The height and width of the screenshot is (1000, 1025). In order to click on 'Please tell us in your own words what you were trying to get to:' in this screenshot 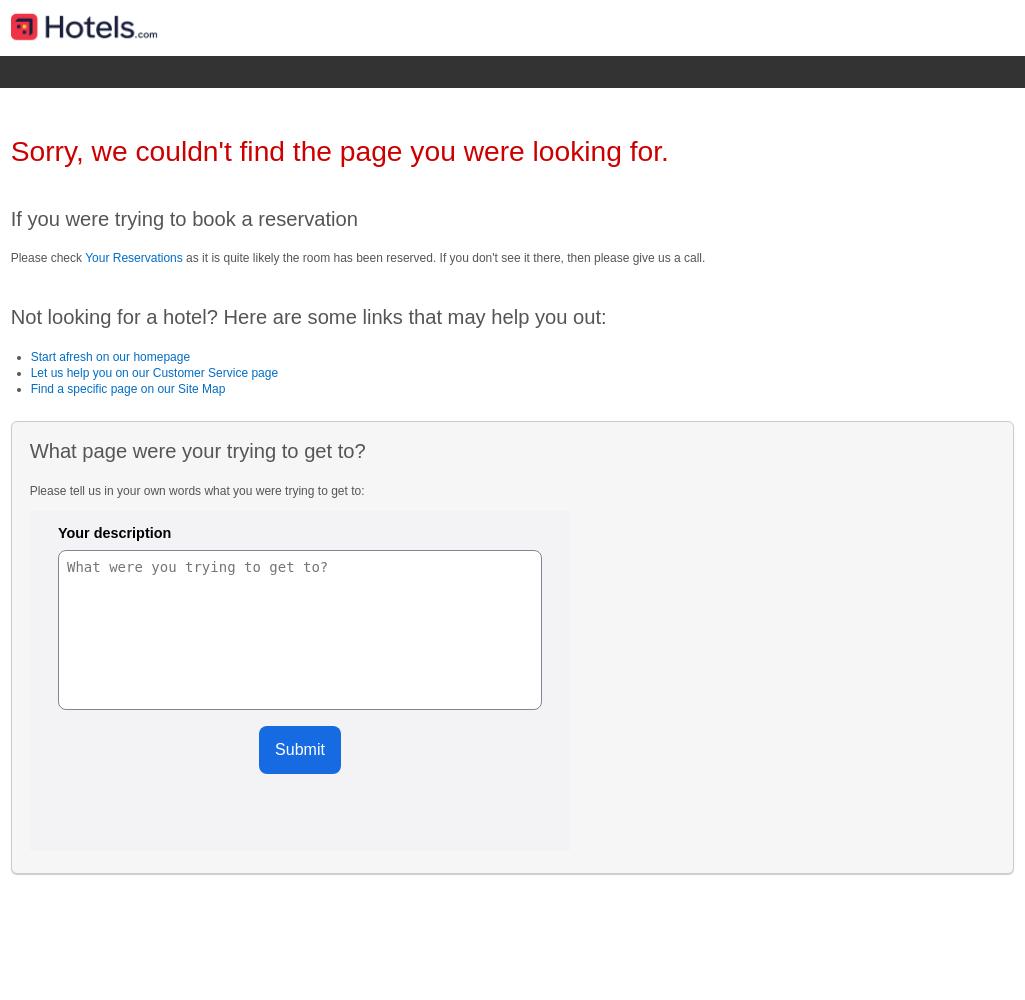, I will do `click(29, 489)`.